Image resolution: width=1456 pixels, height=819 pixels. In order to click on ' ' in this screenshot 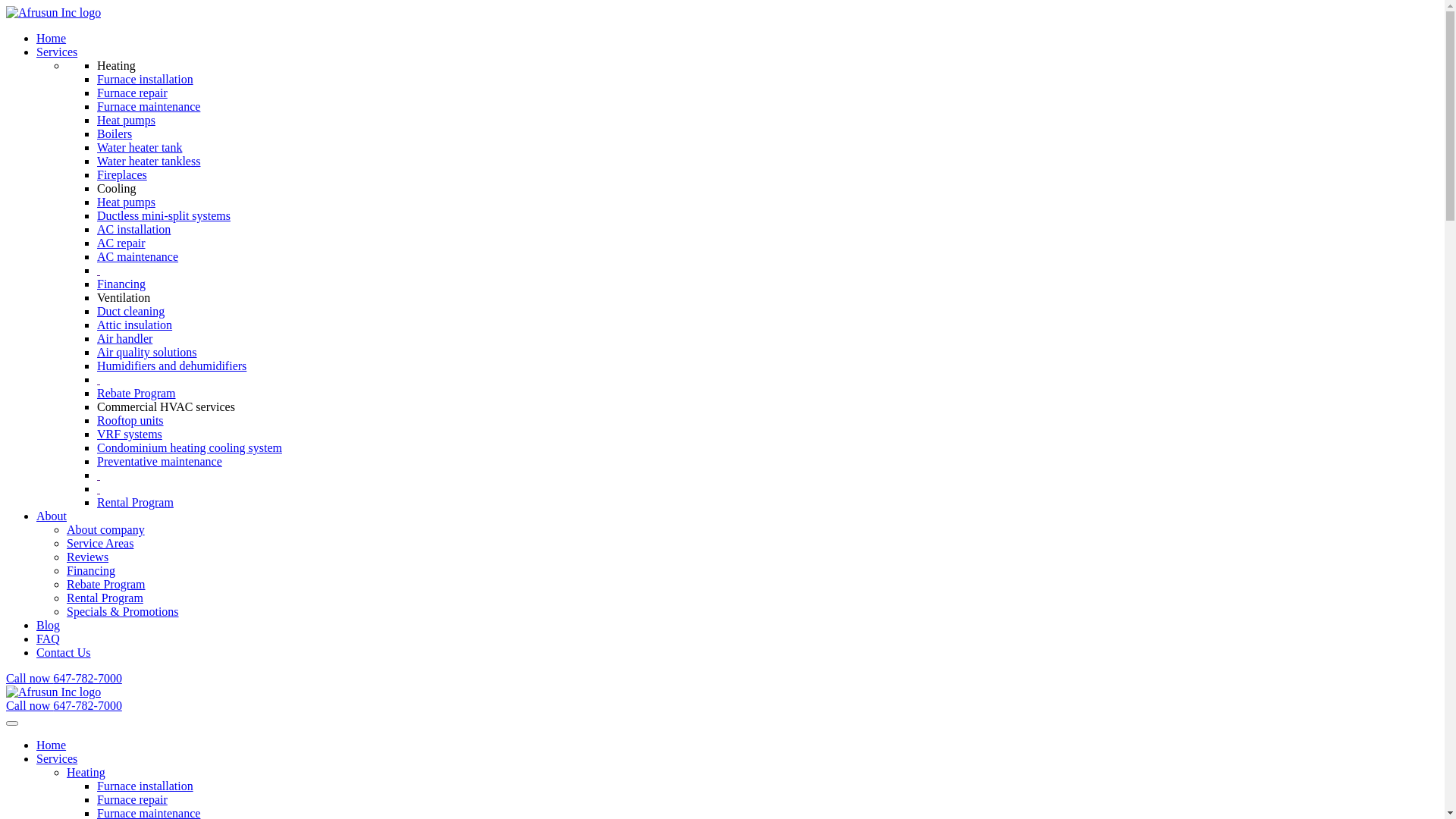, I will do `click(96, 269)`.